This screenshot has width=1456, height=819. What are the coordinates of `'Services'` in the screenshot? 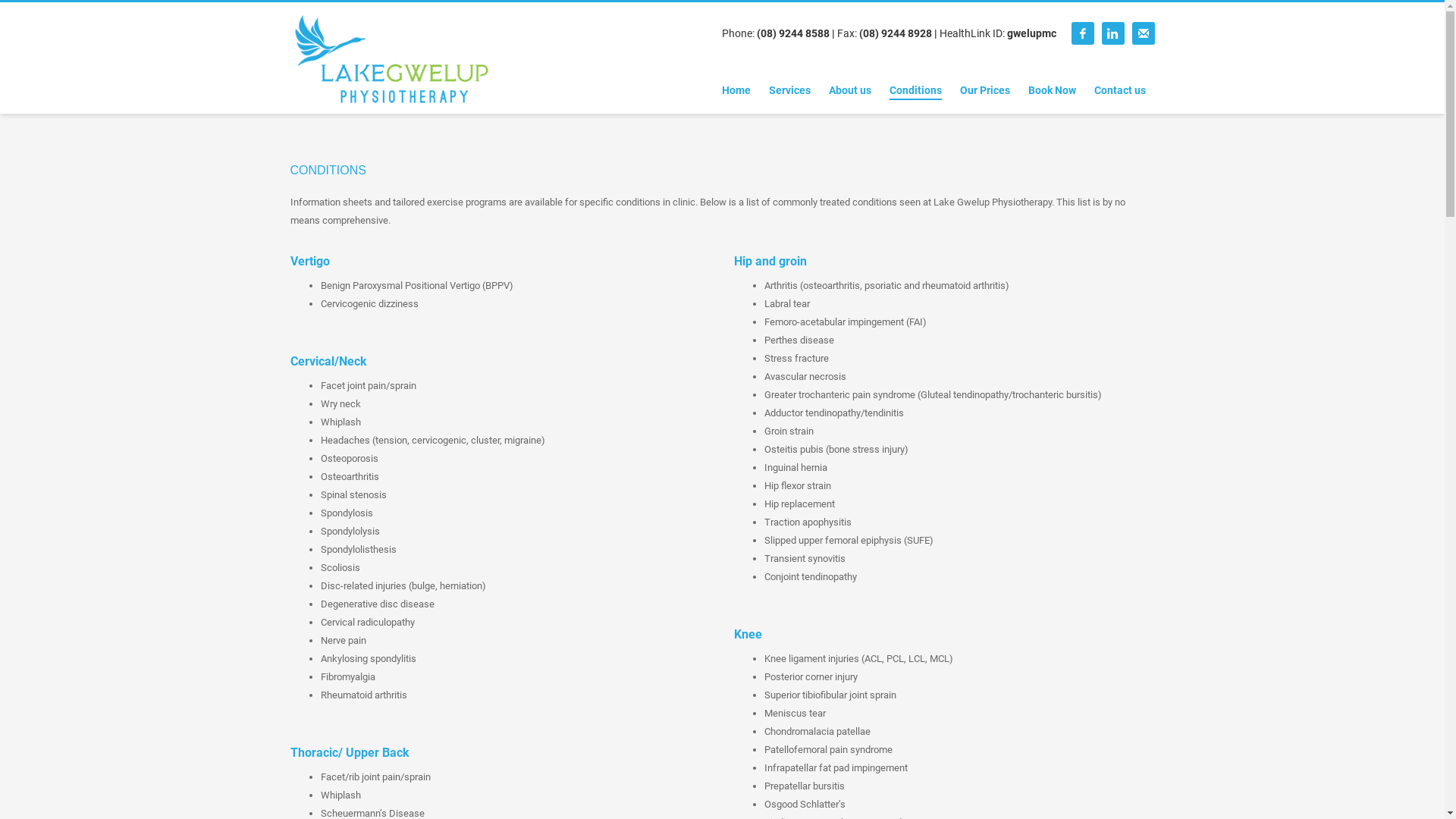 It's located at (760, 90).